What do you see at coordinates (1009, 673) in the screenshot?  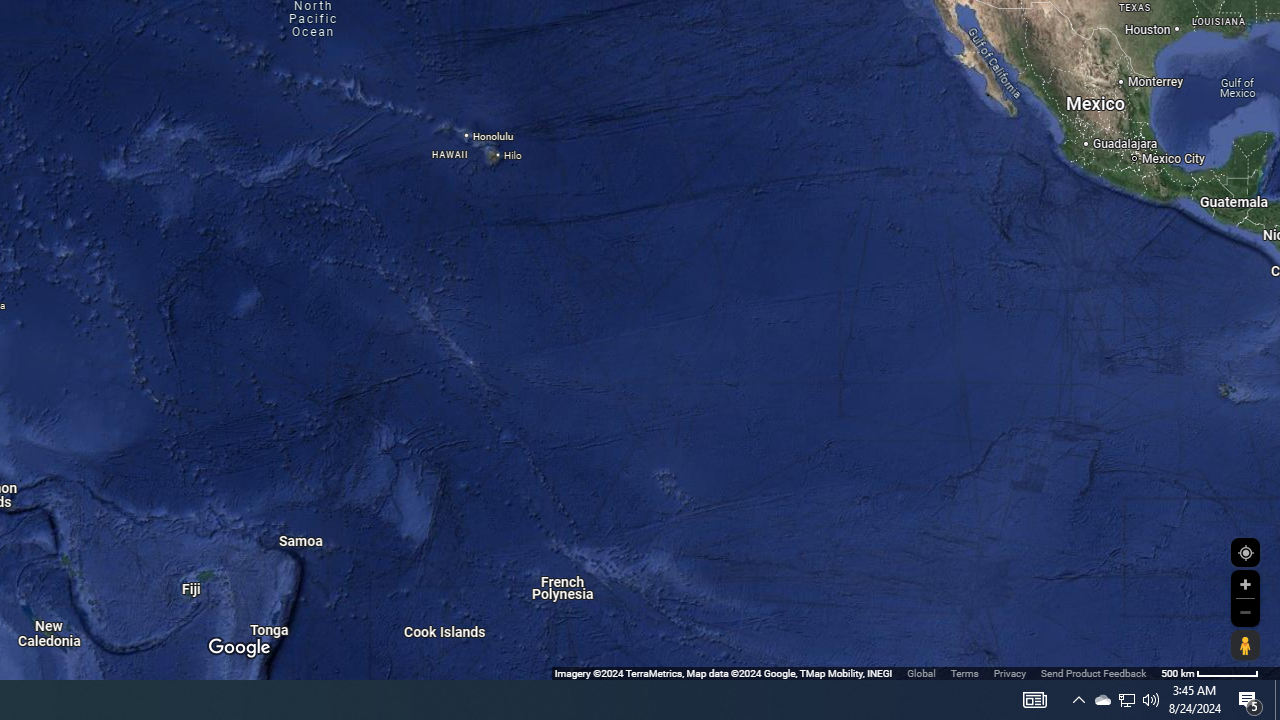 I see `'Privacy'` at bounding box center [1009, 673].